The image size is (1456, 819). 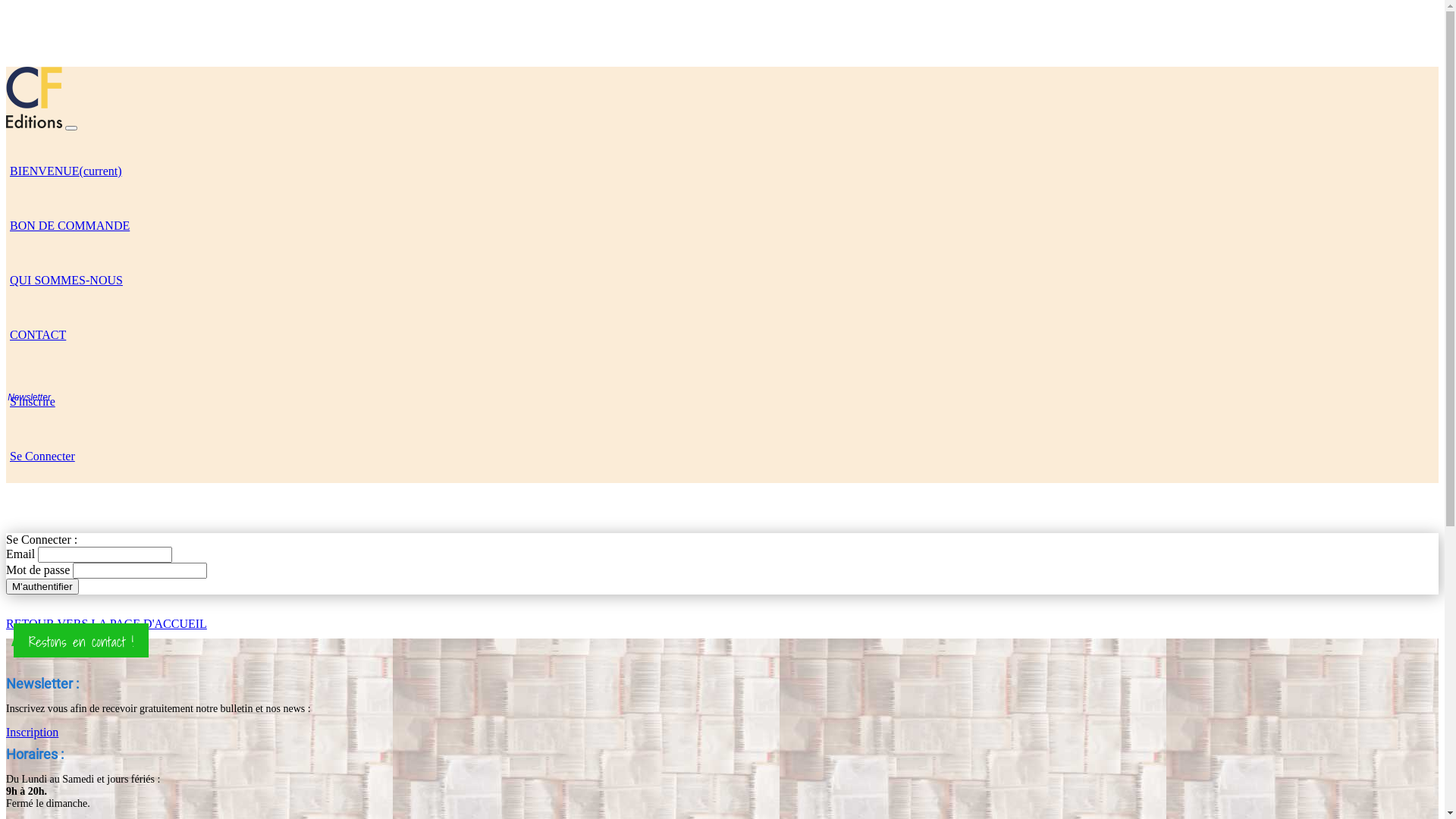 I want to click on 'Se Connecter', so click(x=42, y=454).